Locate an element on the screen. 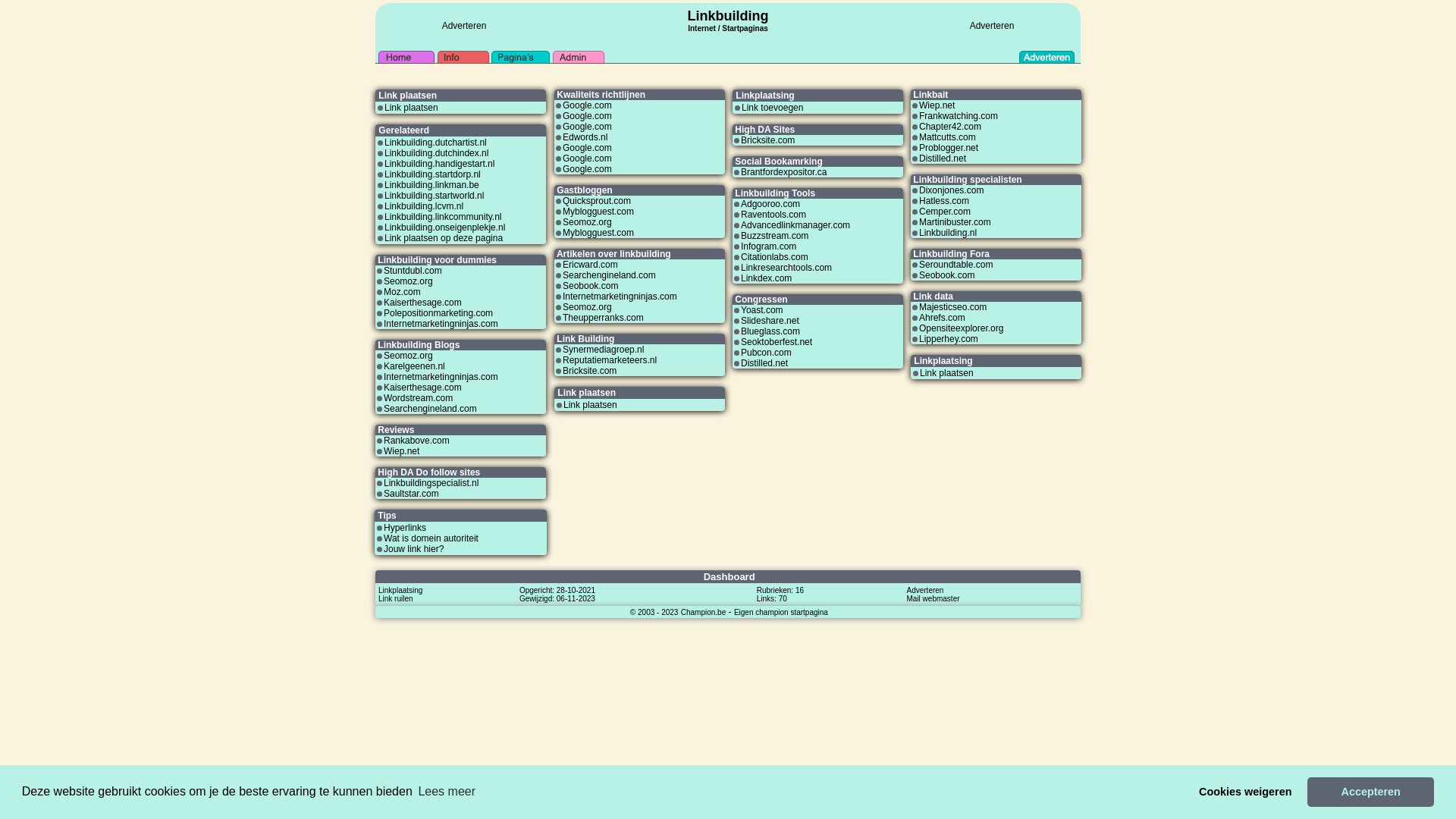  'Hyperlinks' is located at coordinates (404, 526).